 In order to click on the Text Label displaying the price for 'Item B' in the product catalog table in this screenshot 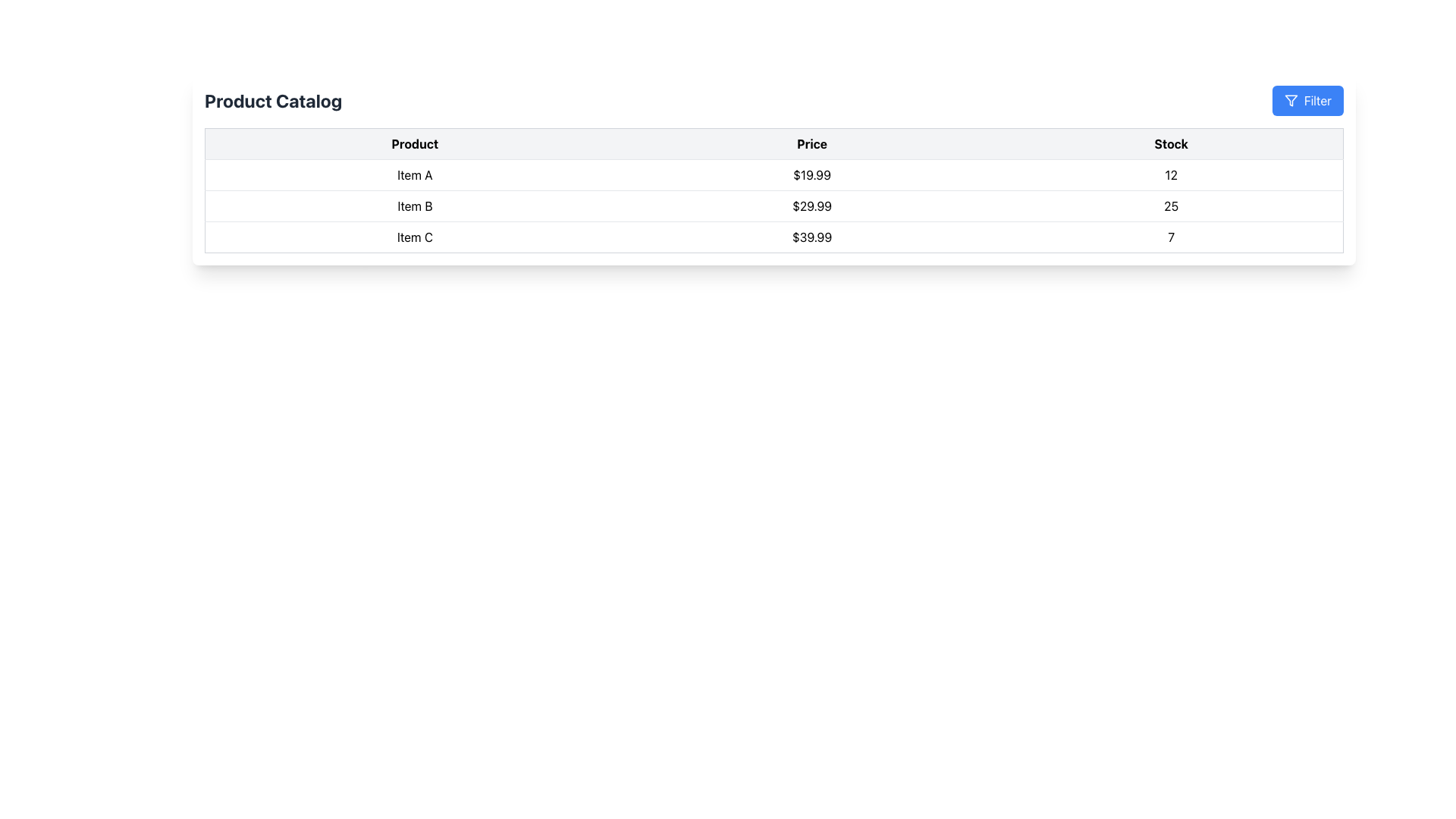, I will do `click(811, 206)`.